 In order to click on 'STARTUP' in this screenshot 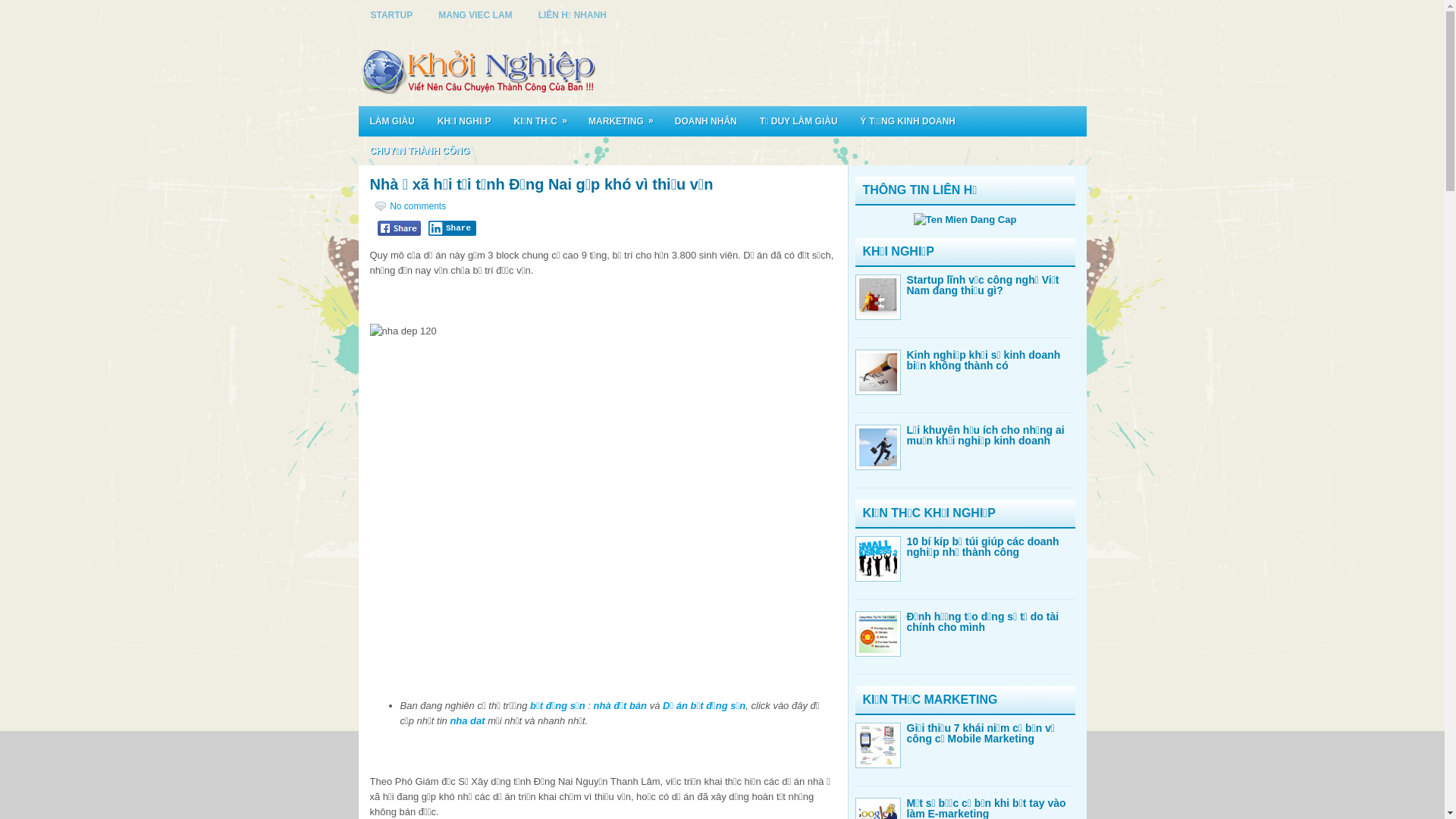, I will do `click(392, 14)`.